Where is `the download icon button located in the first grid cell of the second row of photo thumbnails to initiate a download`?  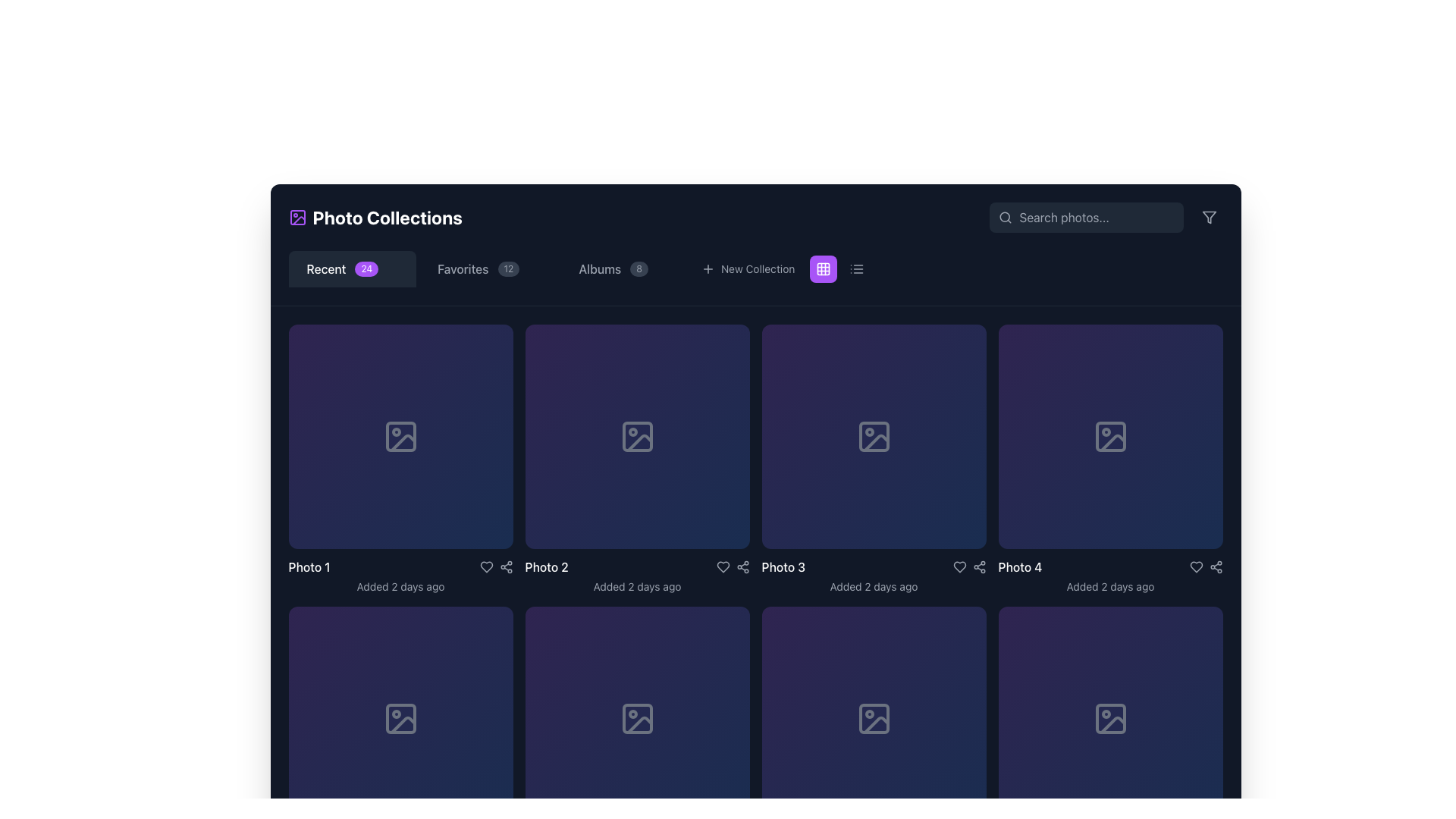 the download icon button located in the first grid cell of the second row of photo thumbnails to initiate a download is located at coordinates (400, 718).